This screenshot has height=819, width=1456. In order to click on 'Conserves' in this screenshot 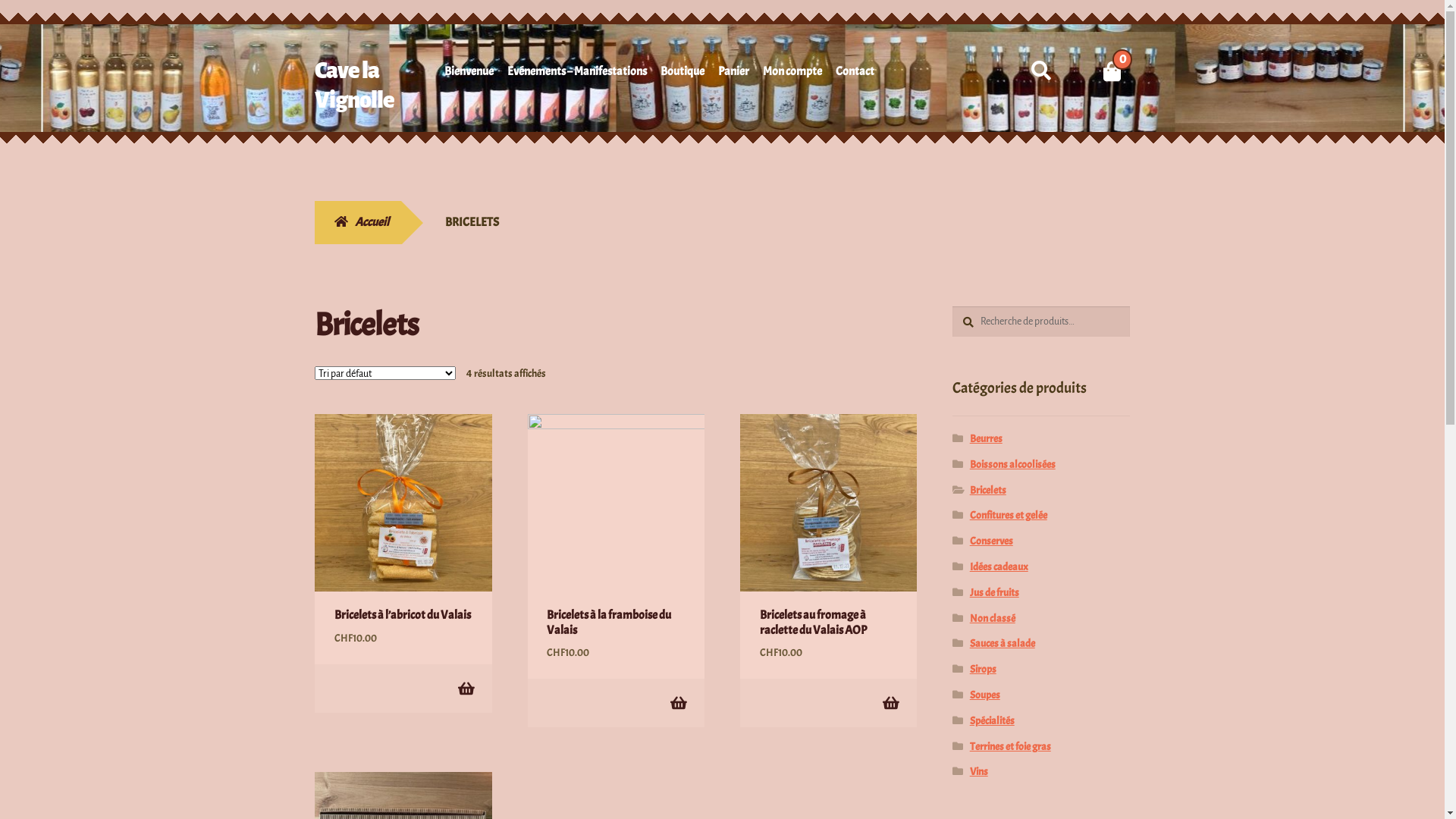, I will do `click(991, 540)`.